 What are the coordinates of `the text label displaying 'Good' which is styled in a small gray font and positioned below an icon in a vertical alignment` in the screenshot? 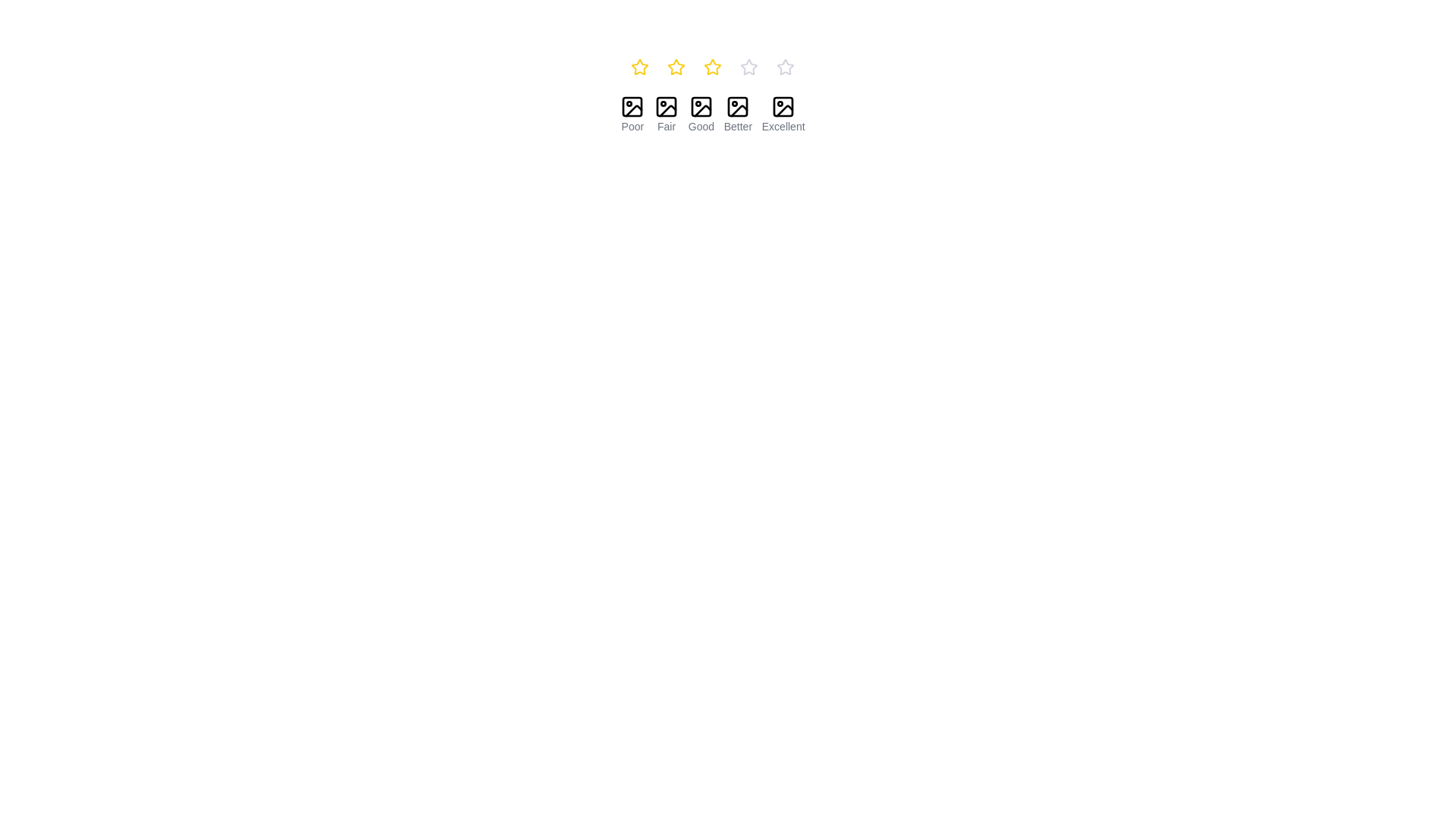 It's located at (700, 125).